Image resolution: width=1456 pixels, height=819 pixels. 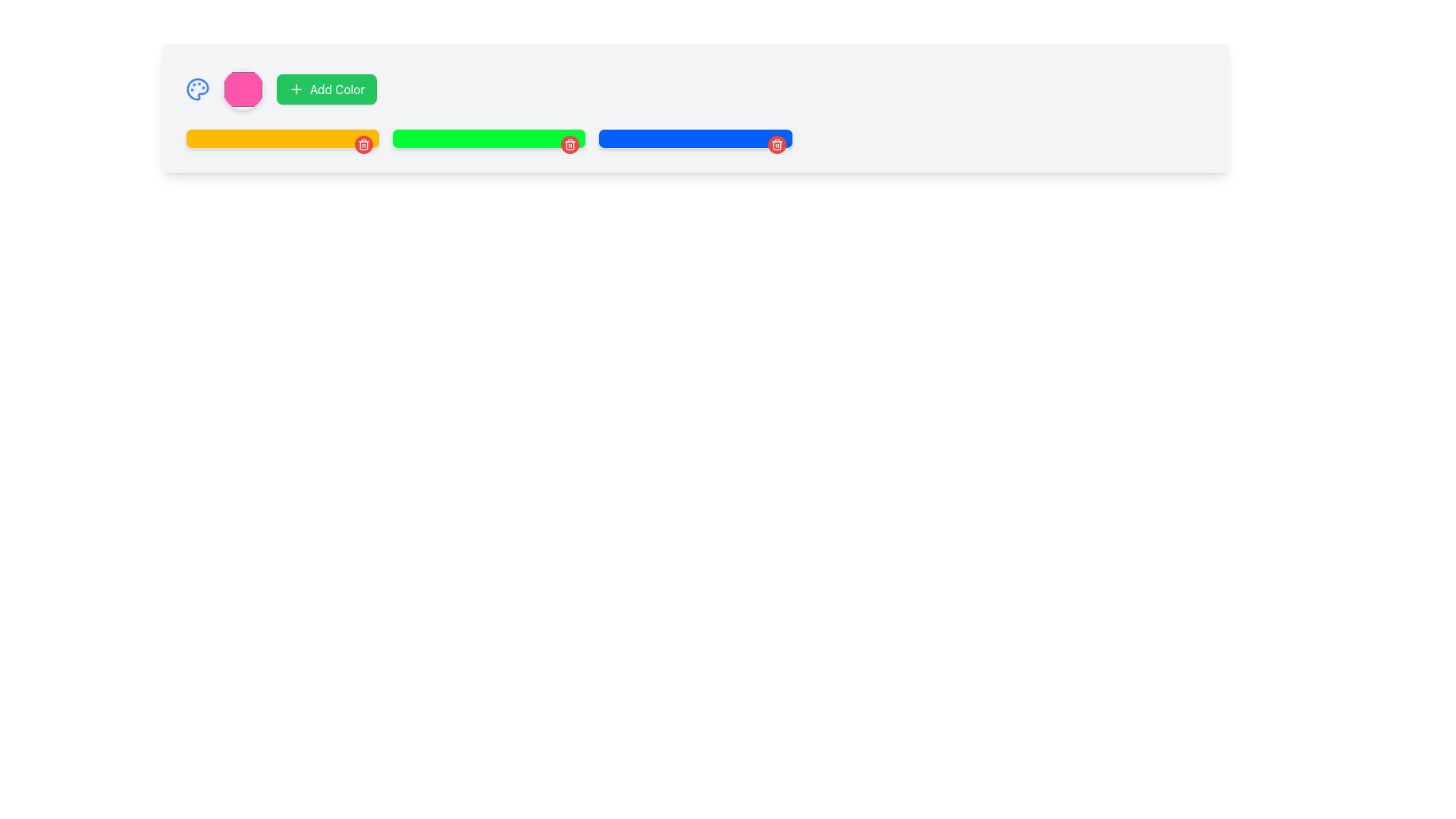 What do you see at coordinates (364, 145) in the screenshot?
I see `the circular red button with a white trash can icon in the top-right corner of the yellow bar to observe the hover effect` at bounding box center [364, 145].